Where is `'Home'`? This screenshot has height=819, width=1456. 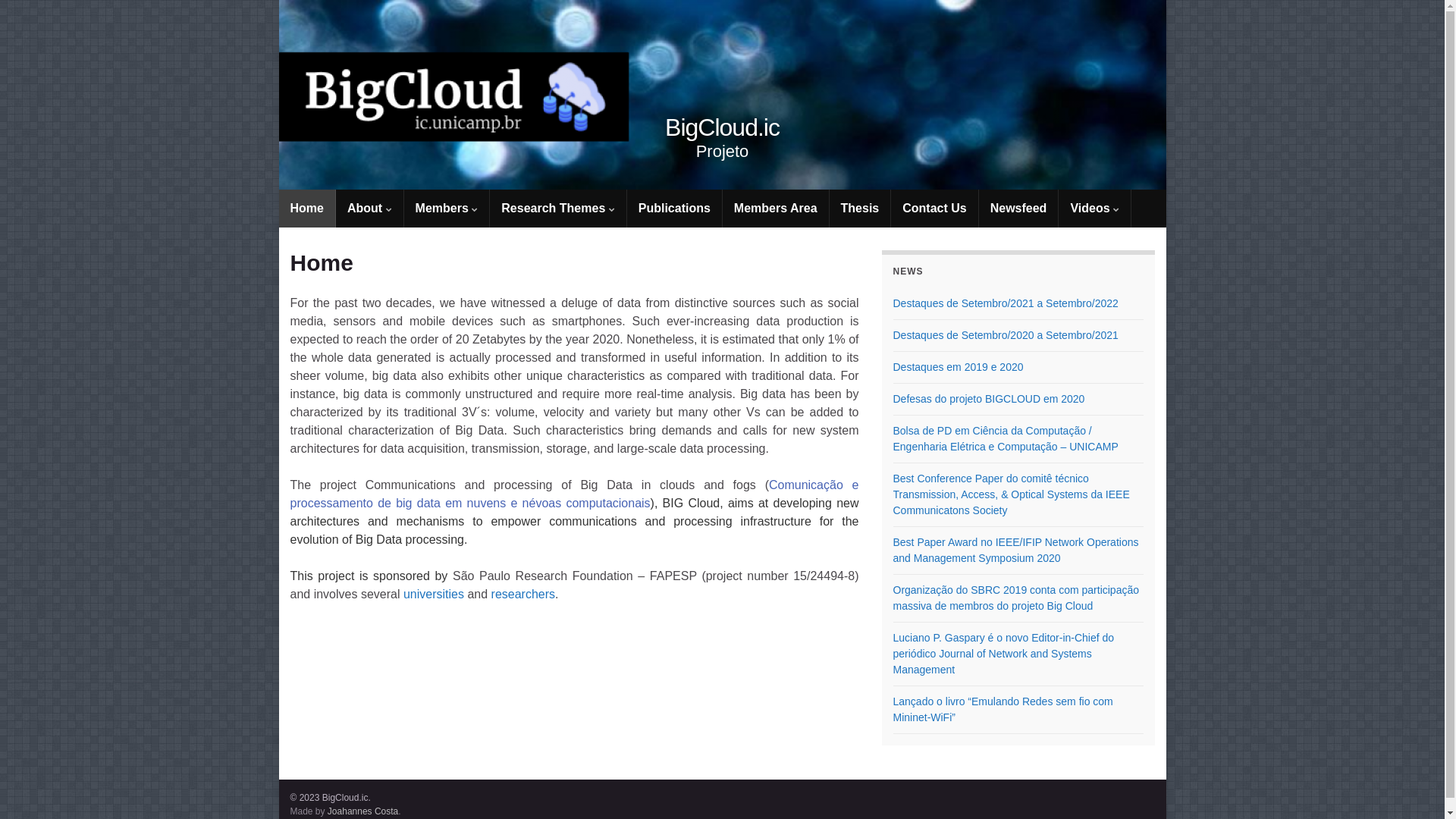
'Home' is located at coordinates (306, 208).